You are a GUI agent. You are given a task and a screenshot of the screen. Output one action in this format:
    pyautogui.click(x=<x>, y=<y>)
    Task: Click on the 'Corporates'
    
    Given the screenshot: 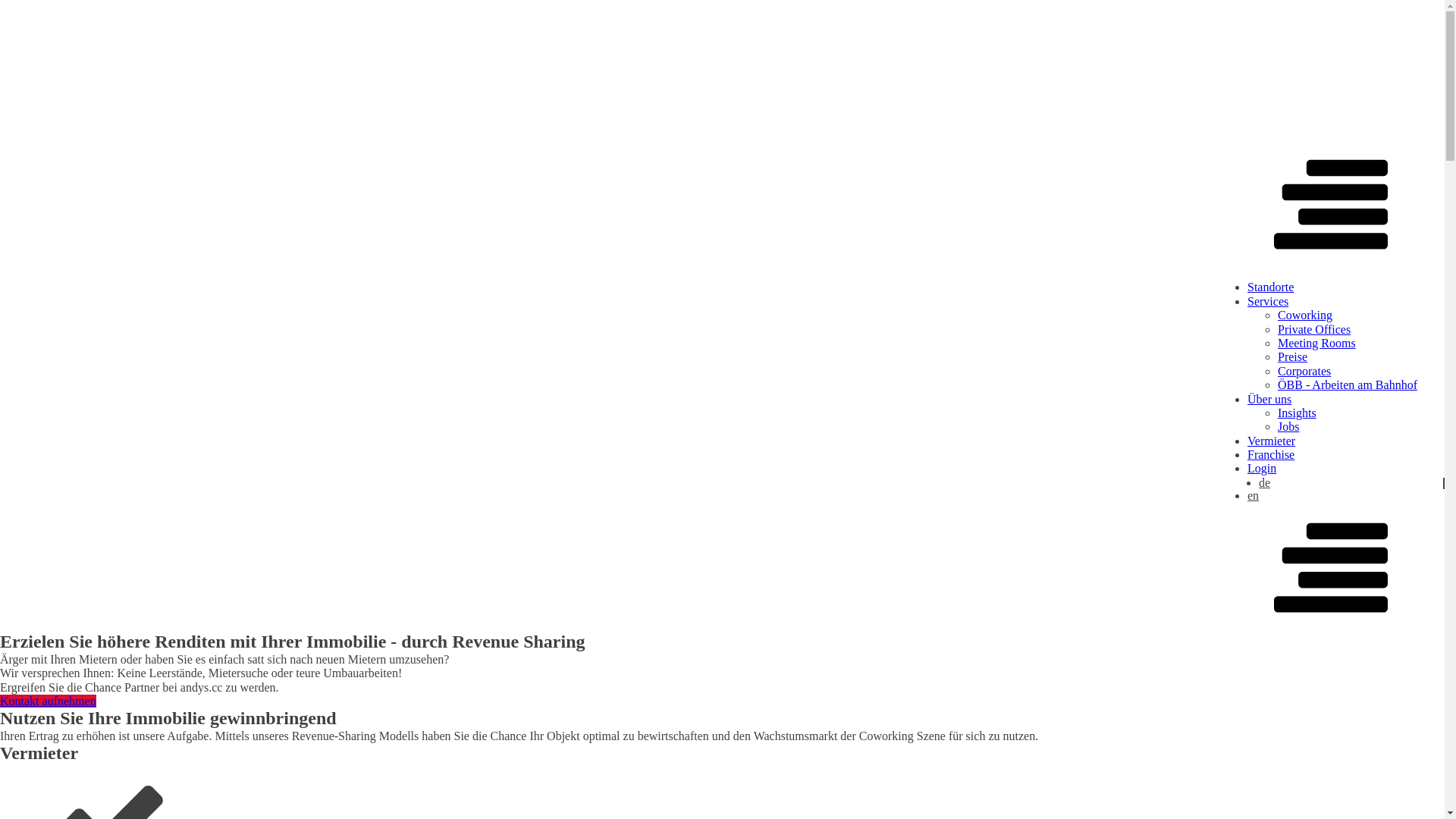 What is the action you would take?
    pyautogui.click(x=1303, y=371)
    